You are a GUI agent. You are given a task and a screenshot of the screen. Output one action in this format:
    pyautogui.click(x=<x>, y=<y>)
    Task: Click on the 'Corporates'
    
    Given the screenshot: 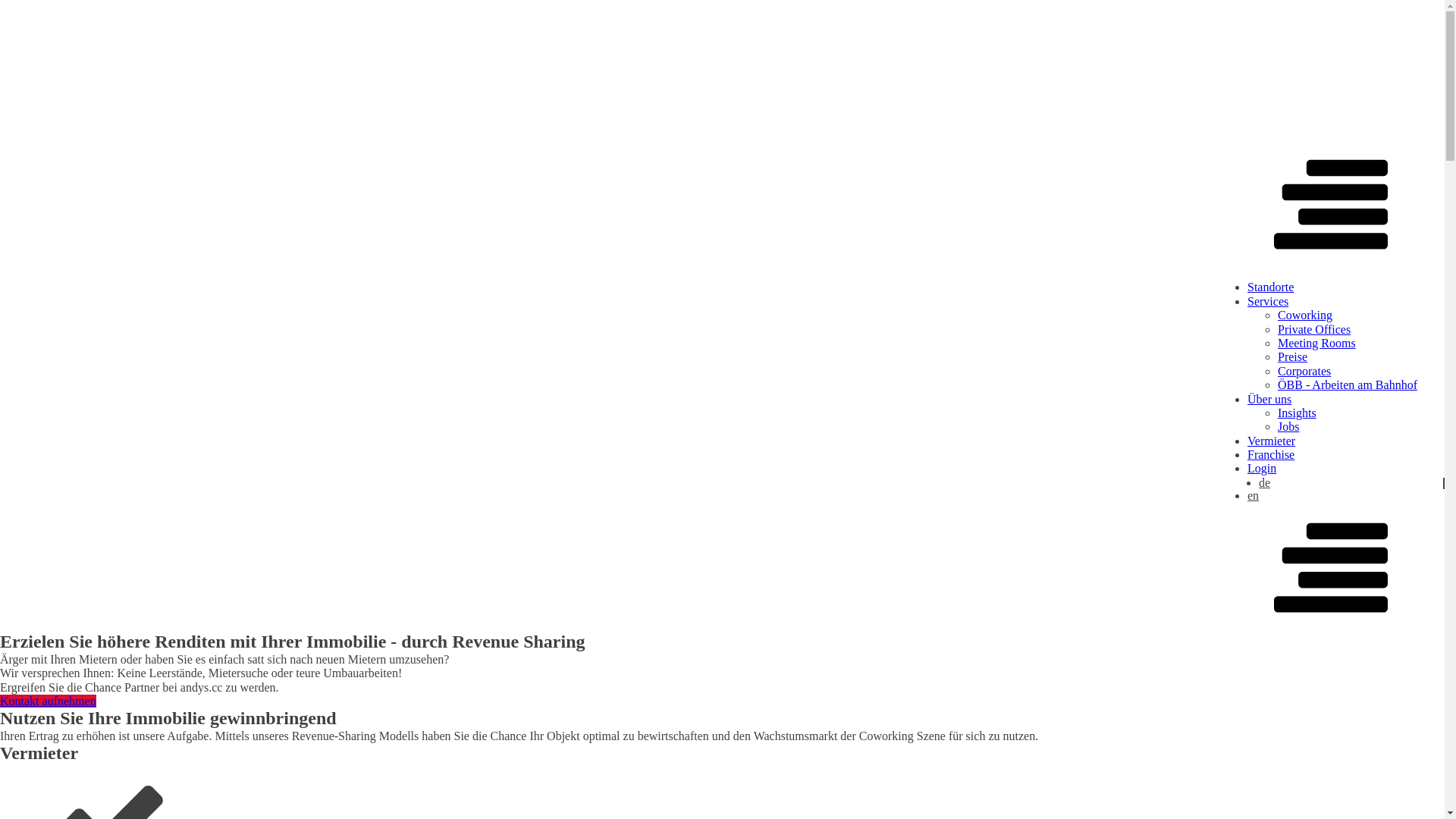 What is the action you would take?
    pyautogui.click(x=1303, y=371)
    